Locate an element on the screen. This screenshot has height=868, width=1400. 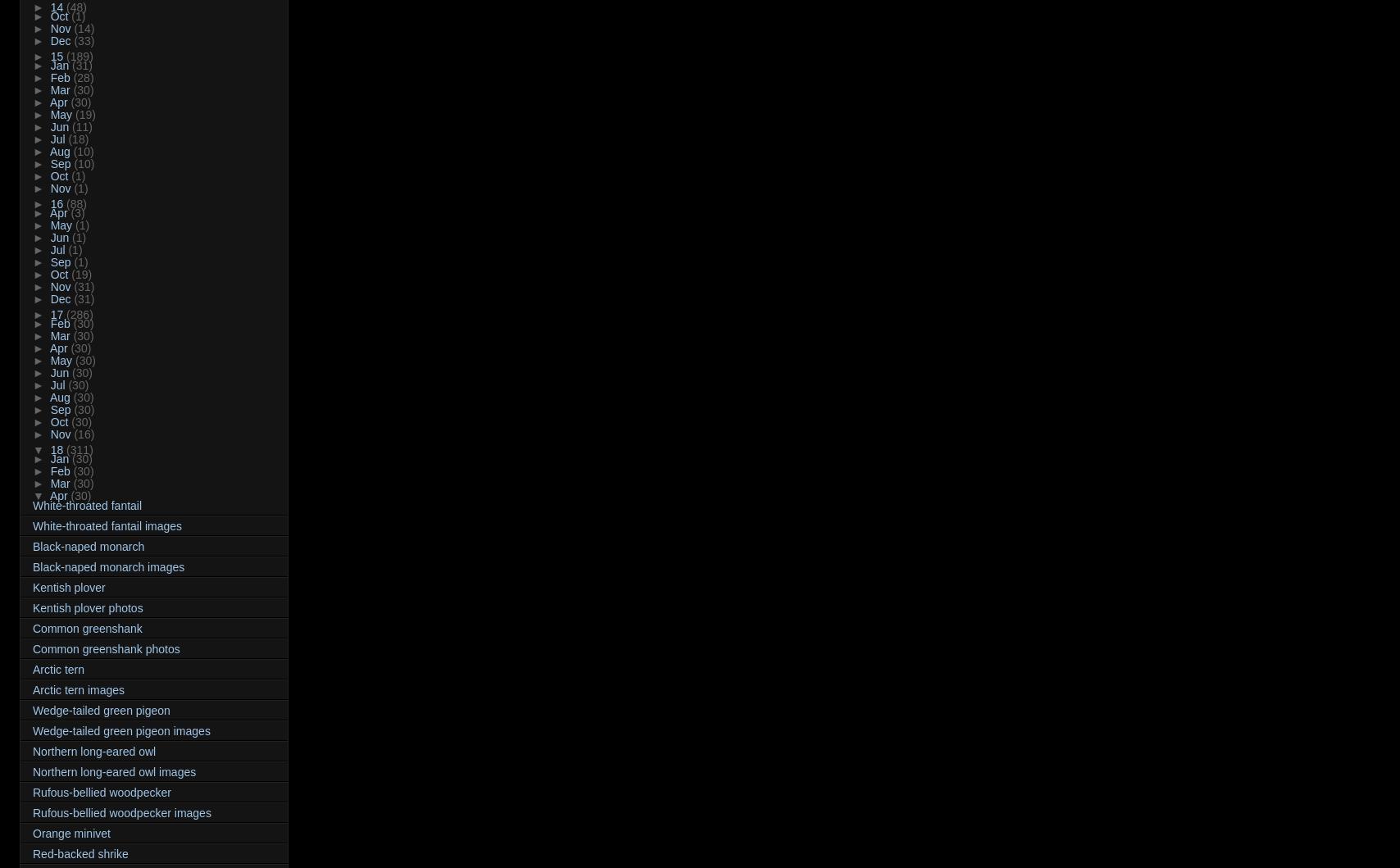
'Rufous-bellied woodpecker' is located at coordinates (102, 791).